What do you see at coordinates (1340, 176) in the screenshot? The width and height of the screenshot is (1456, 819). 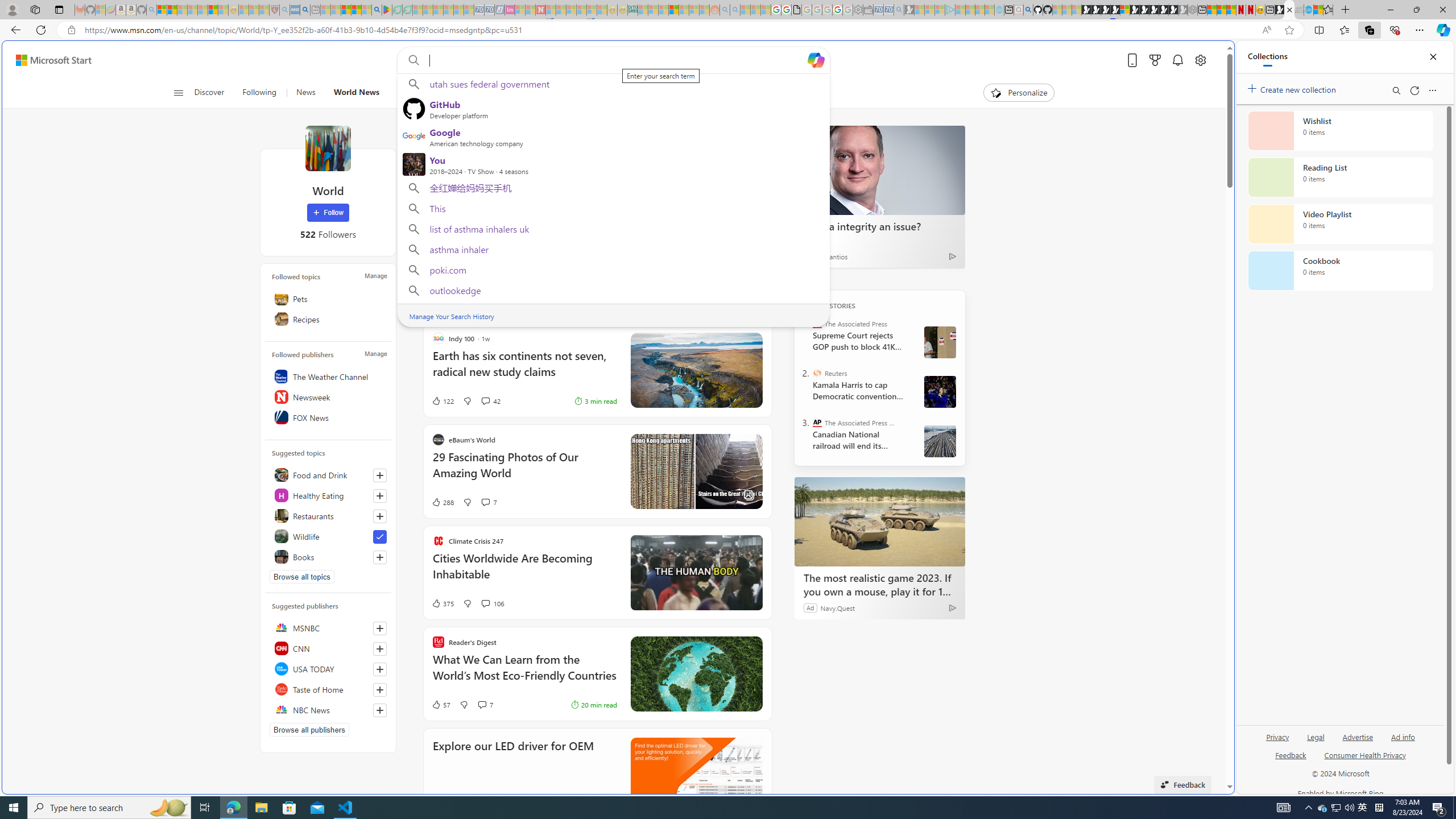 I see `'Reading List collection, 0 items'` at bounding box center [1340, 176].